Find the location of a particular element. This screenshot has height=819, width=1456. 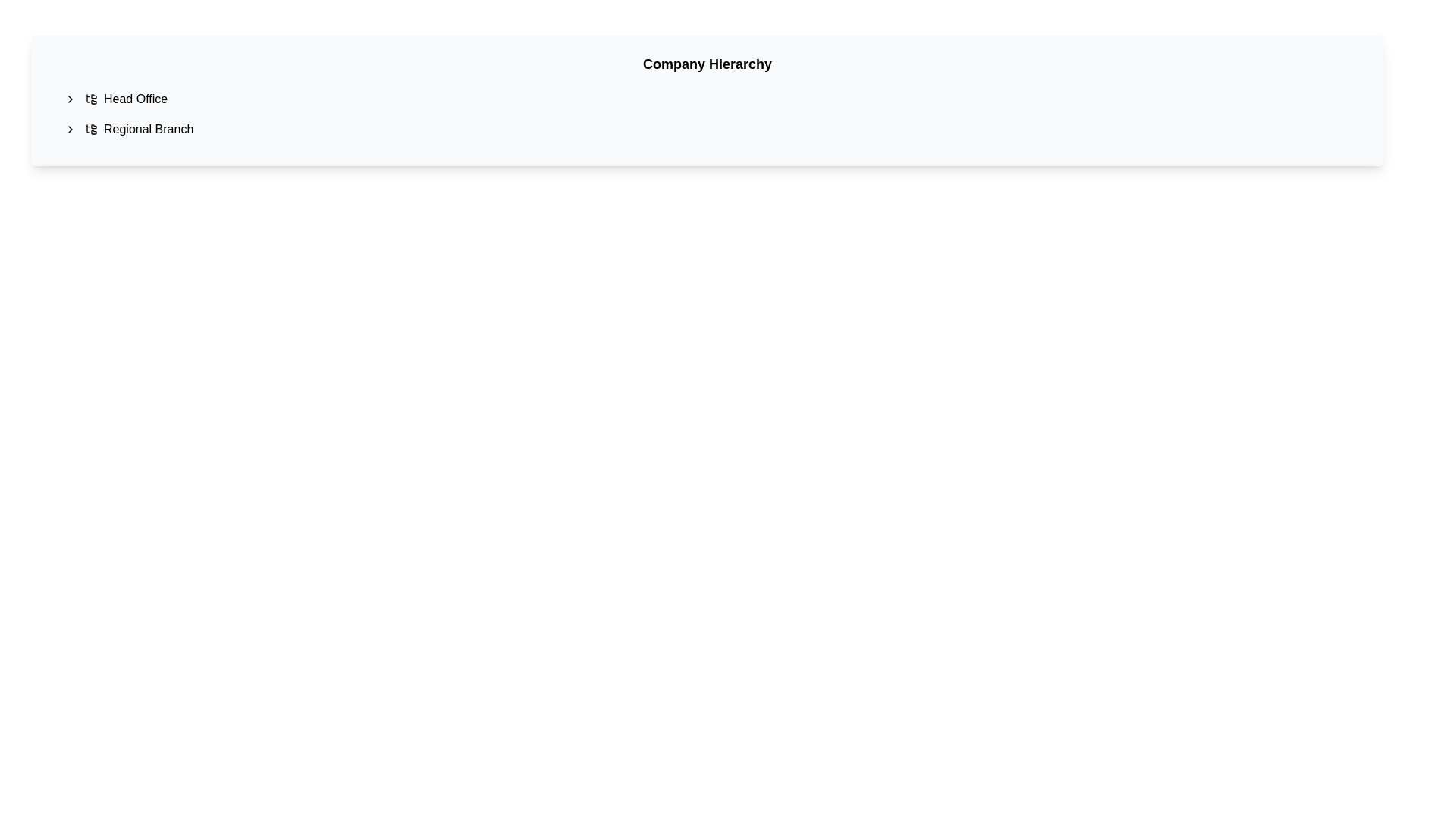

the 'Regional Branch' text label, which is styled clearly and positioned below 'Head Office' in a vertical list is located at coordinates (140, 128).